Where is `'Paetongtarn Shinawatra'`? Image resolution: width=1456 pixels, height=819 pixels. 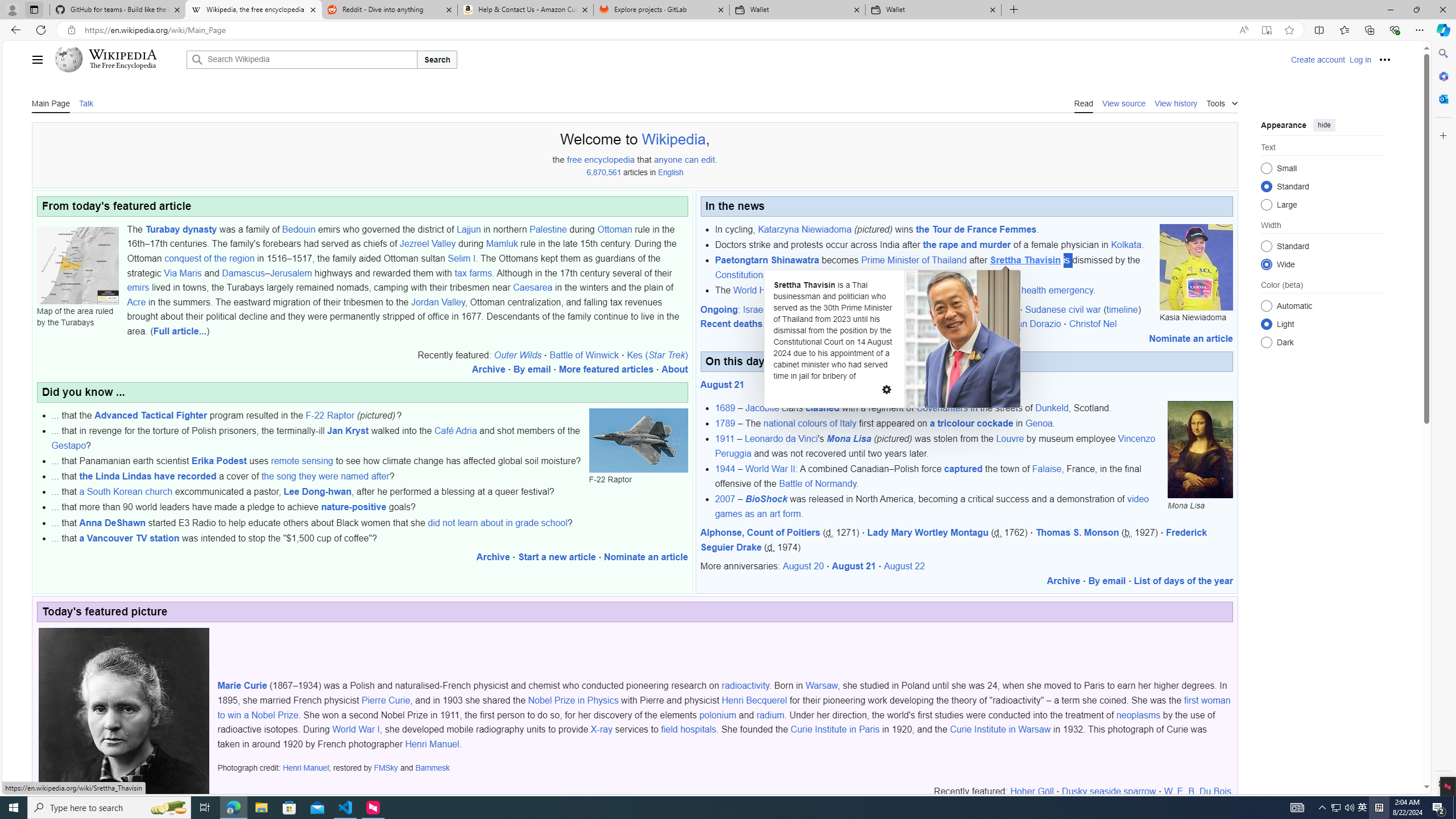 'Paetongtarn Shinawatra' is located at coordinates (767, 259).